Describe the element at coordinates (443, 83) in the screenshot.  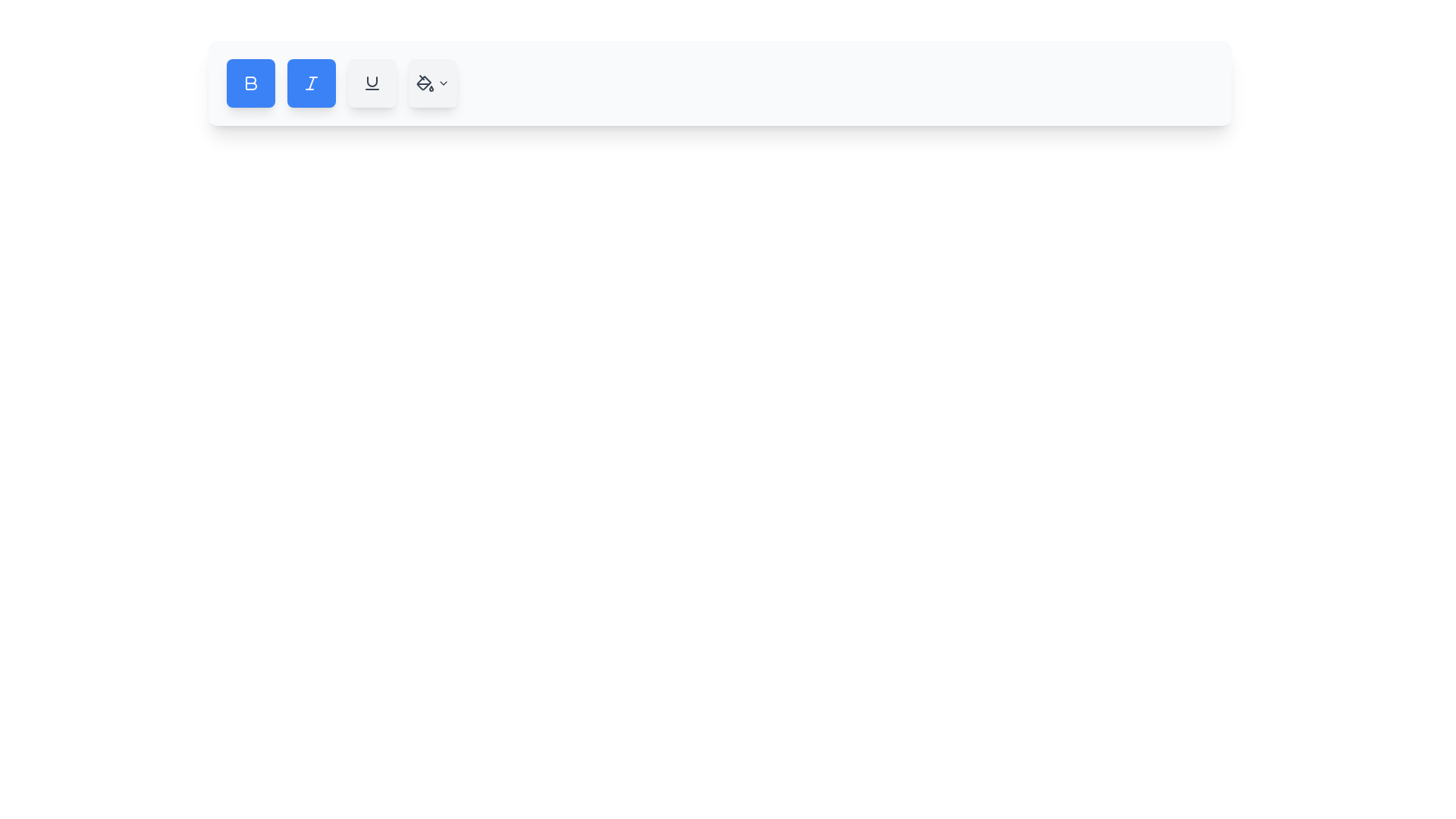
I see `the downward chevron icon in the top toolbar` at that location.